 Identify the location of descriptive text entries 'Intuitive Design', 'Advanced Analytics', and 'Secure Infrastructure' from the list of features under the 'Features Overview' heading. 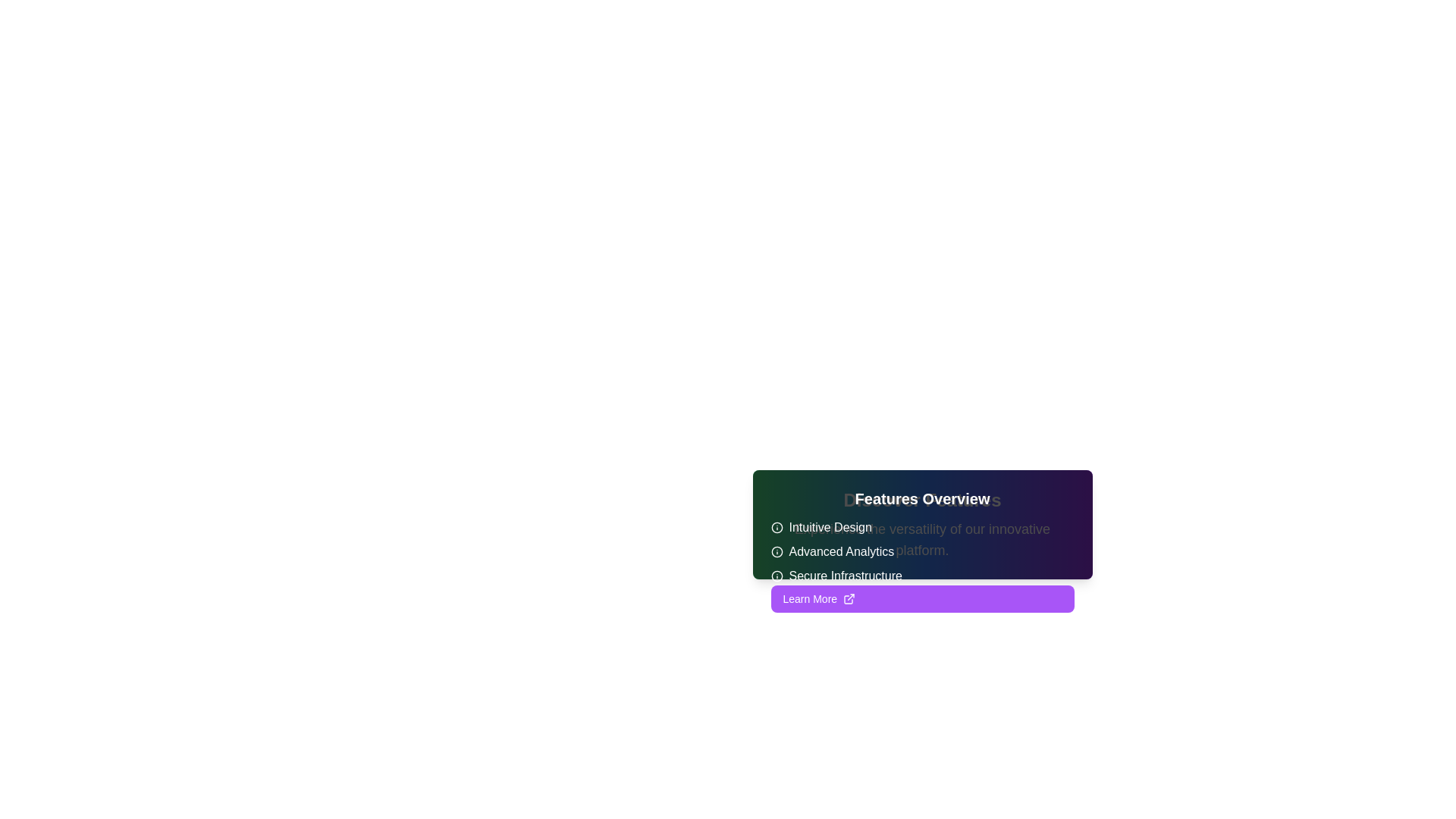
(921, 552).